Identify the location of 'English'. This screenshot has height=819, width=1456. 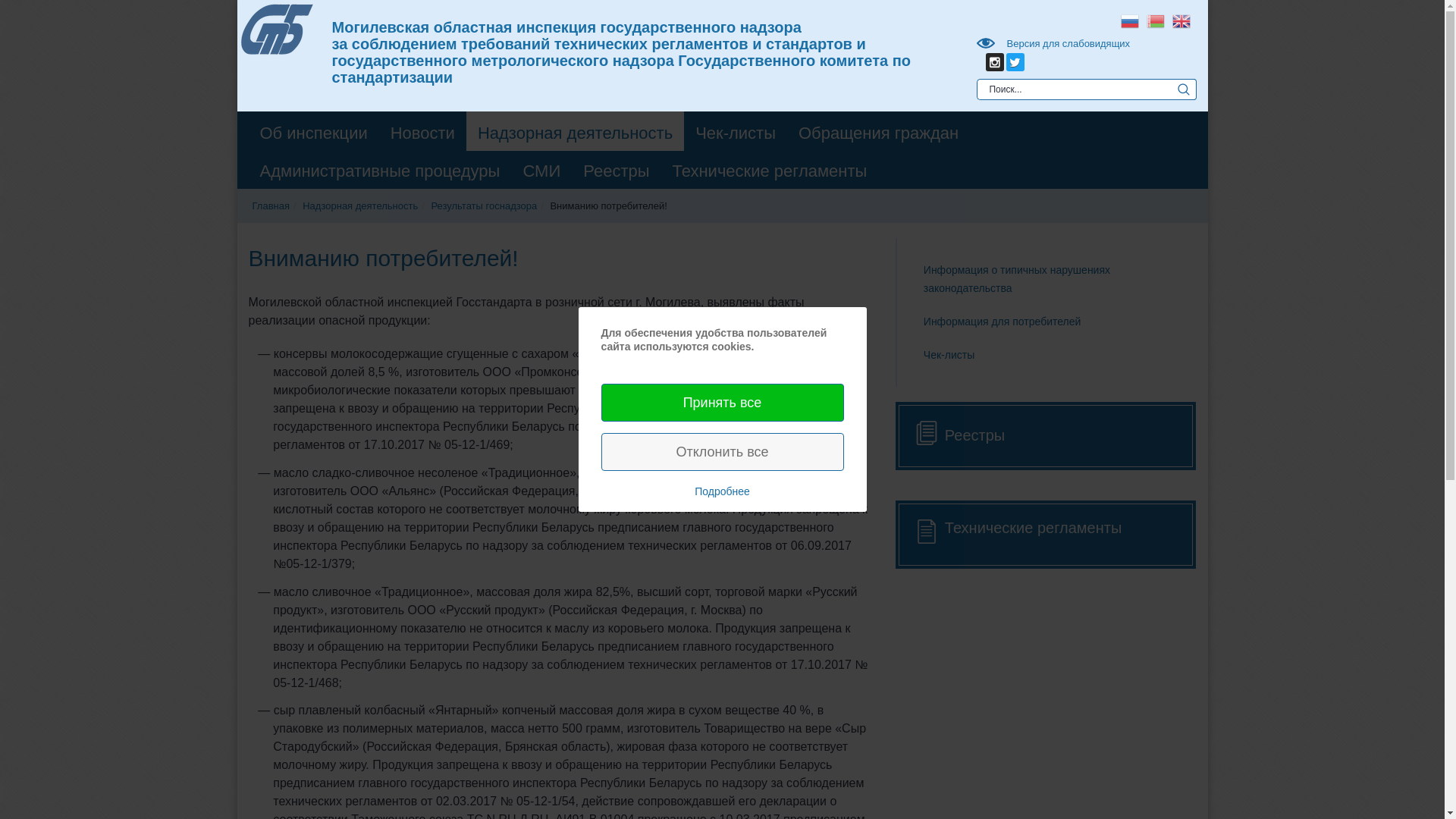
(1167, 20).